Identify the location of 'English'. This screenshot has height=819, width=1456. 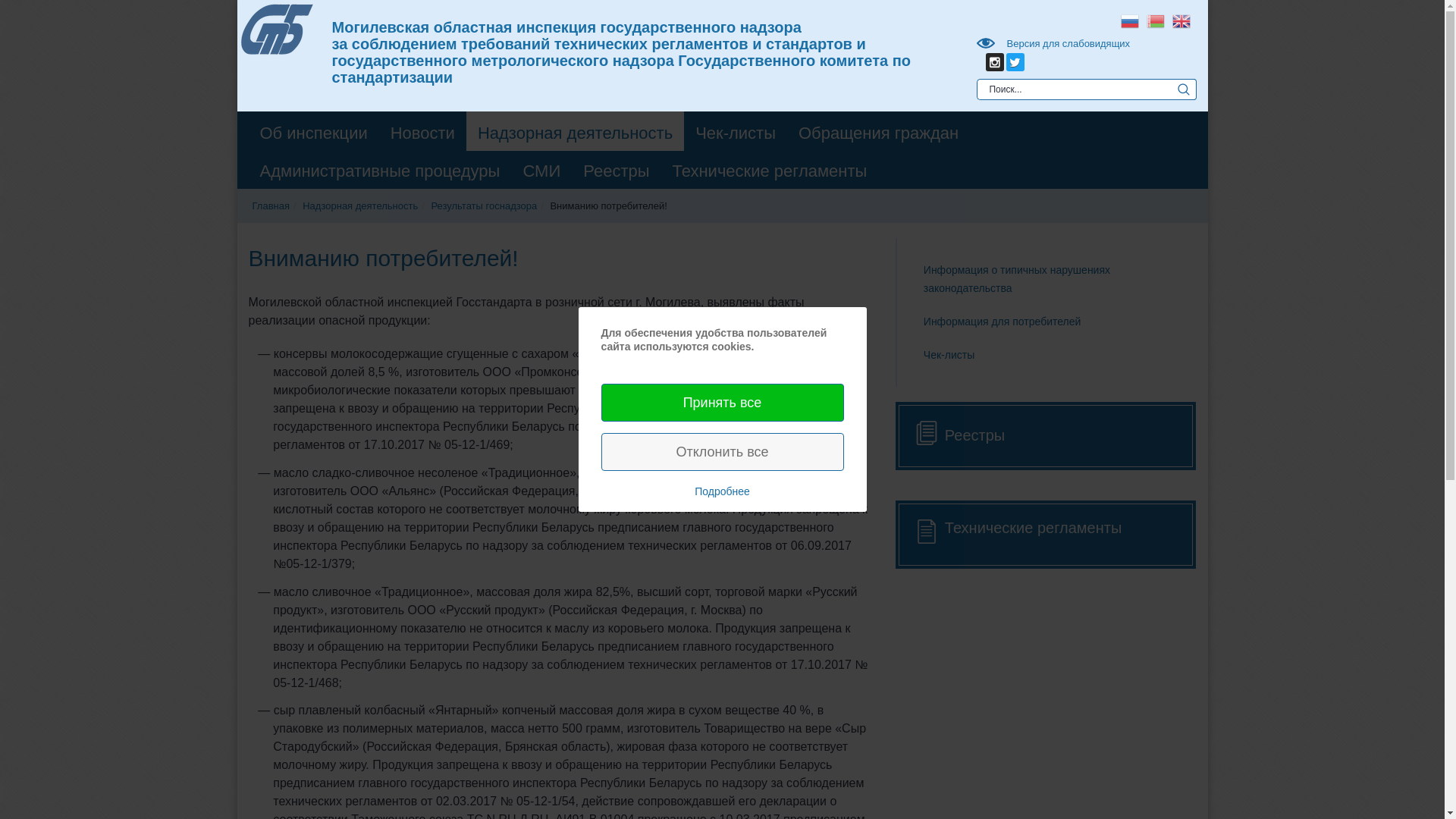
(1167, 20).